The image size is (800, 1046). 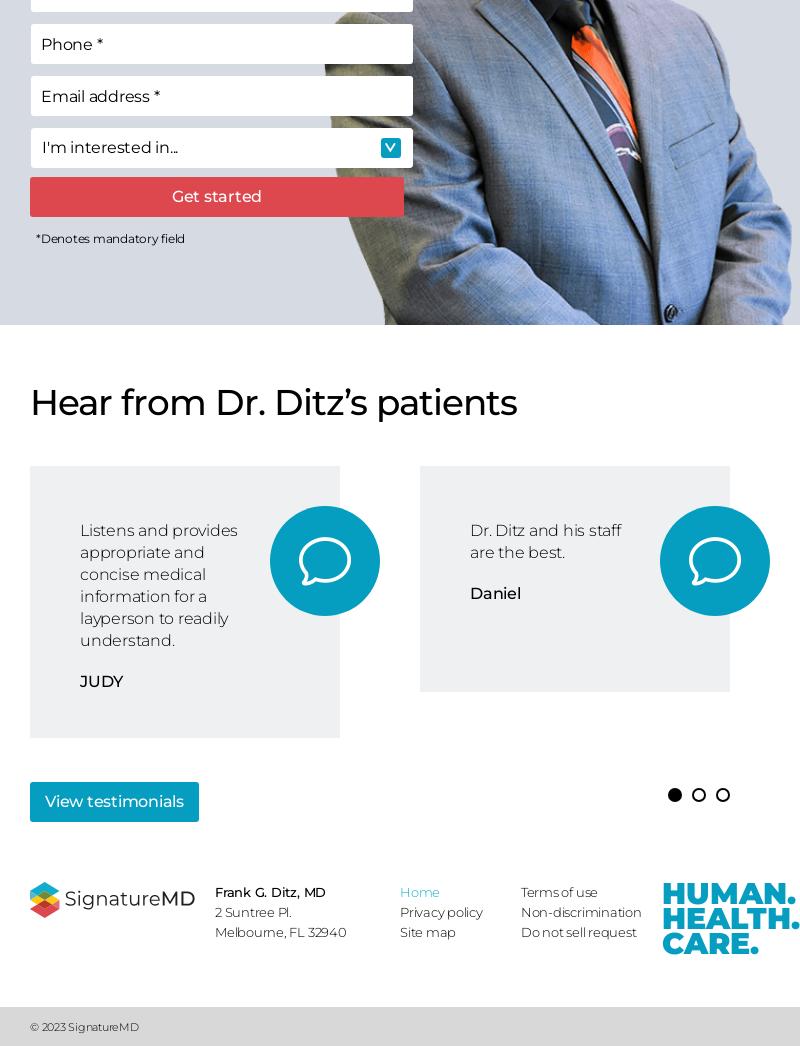 What do you see at coordinates (579, 912) in the screenshot?
I see `'Non-discrimination'` at bounding box center [579, 912].